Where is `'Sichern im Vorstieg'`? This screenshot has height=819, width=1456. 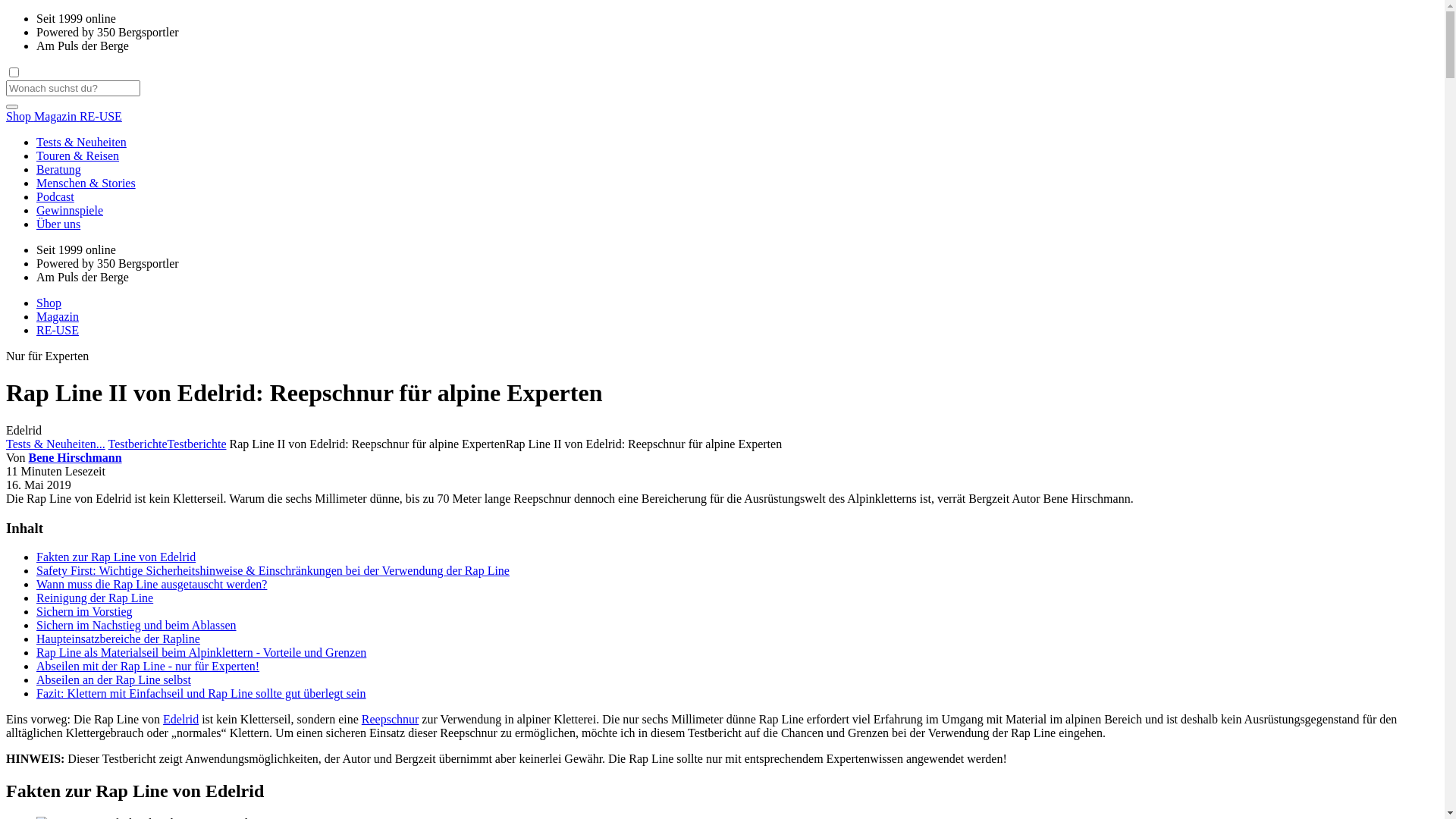 'Sichern im Vorstieg' is located at coordinates (36, 610).